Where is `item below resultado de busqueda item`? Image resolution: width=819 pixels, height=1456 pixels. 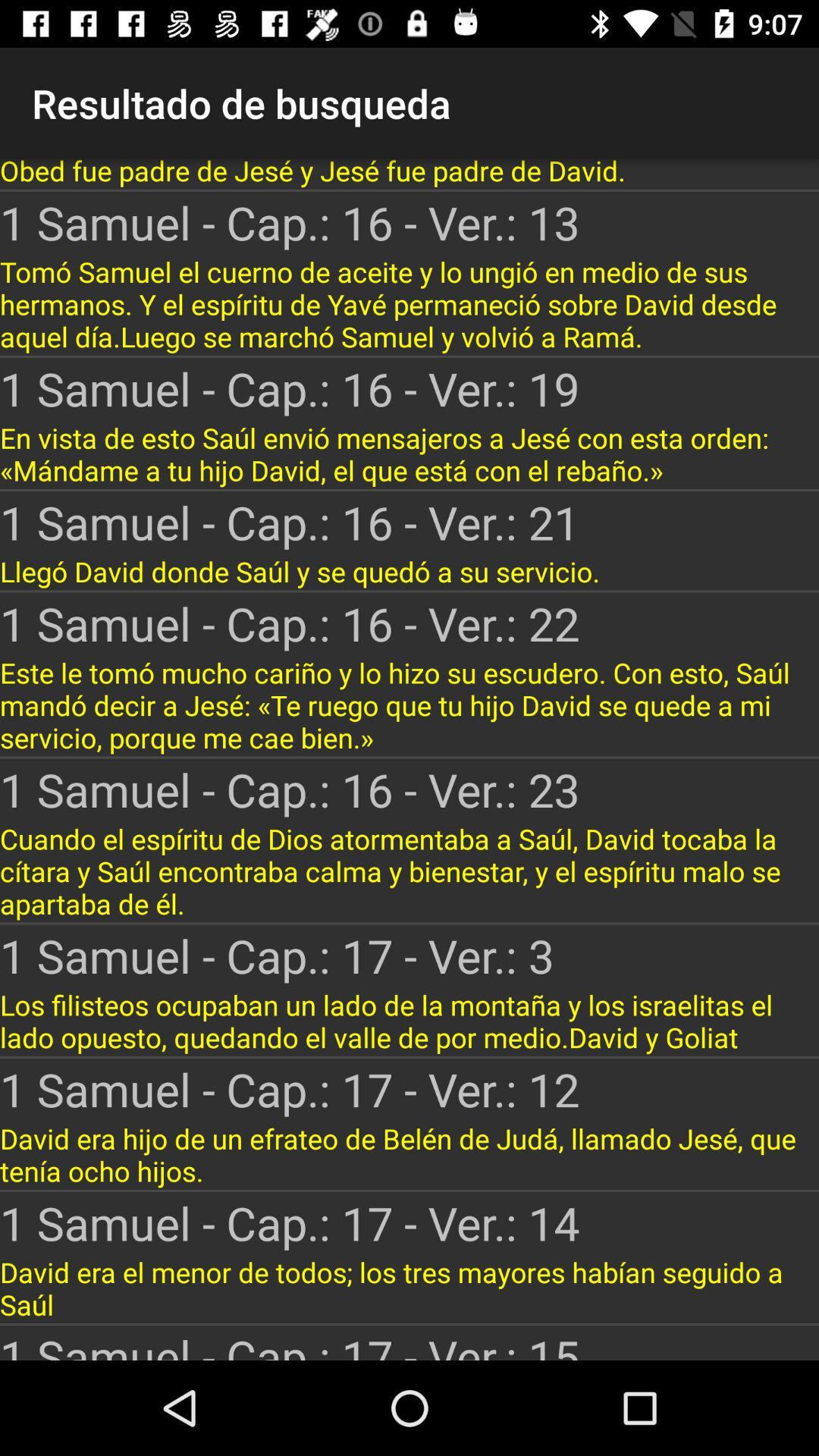
item below resultado de busqueda item is located at coordinates (409, 174).